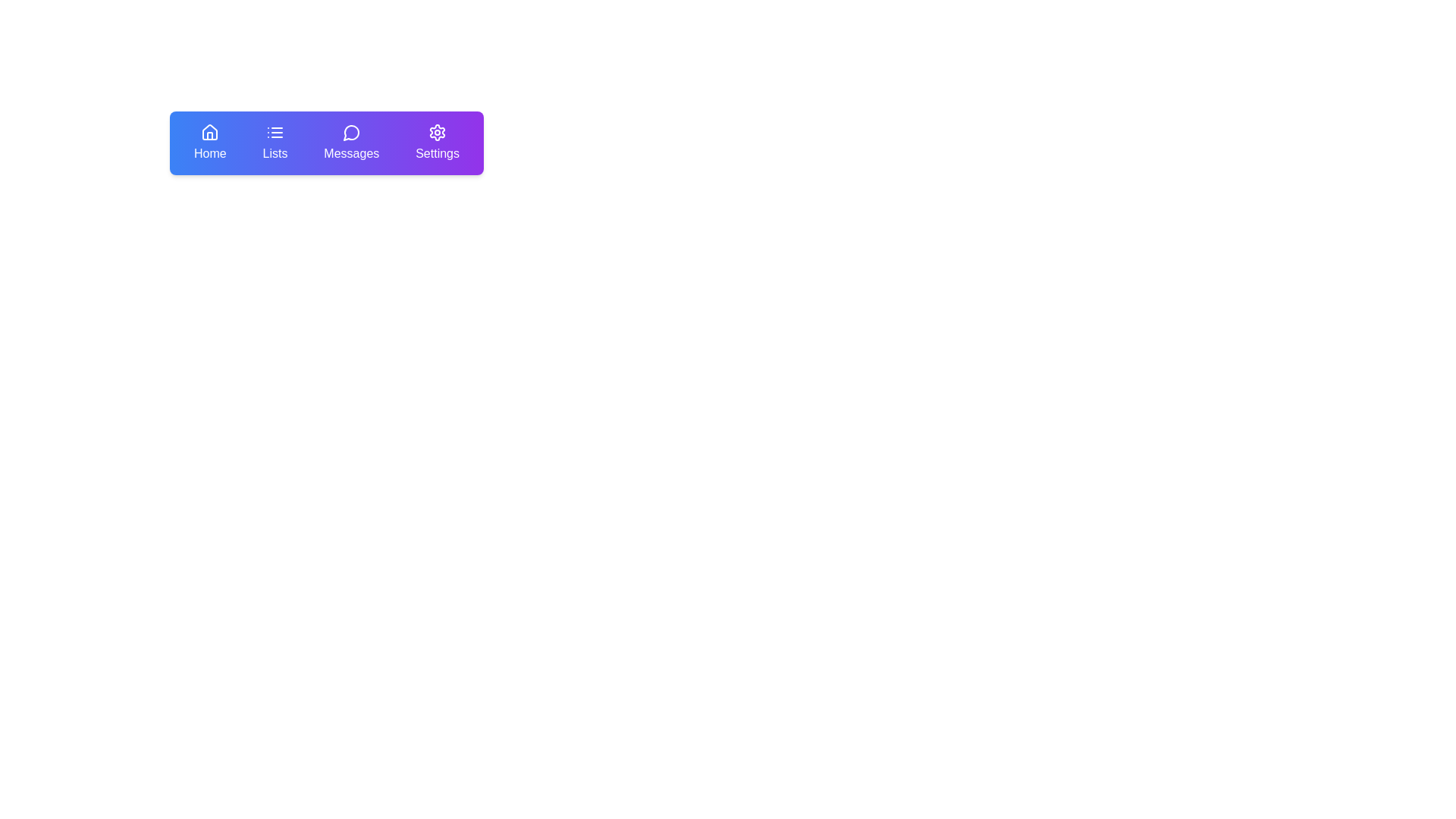 The width and height of the screenshot is (1456, 819). What do you see at coordinates (209, 135) in the screenshot?
I see `the 'Home' icon in the top-left navigation bar` at bounding box center [209, 135].